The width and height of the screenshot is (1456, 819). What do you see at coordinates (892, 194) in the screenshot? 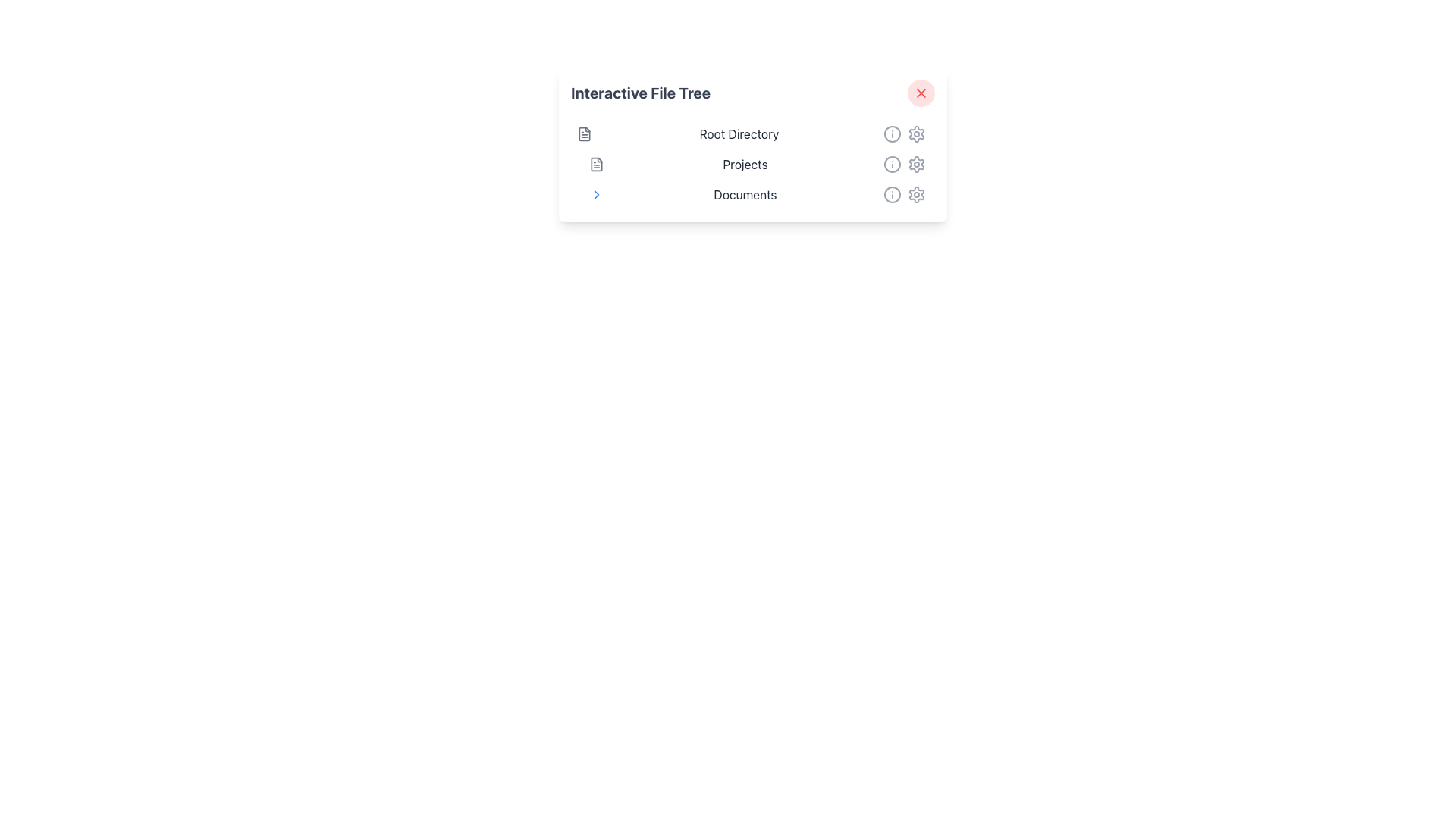
I see `the information icon next to the 'Documents' text in the vertical list, which is styled as a circular outline with a dot in the center and is gray in color` at bounding box center [892, 194].